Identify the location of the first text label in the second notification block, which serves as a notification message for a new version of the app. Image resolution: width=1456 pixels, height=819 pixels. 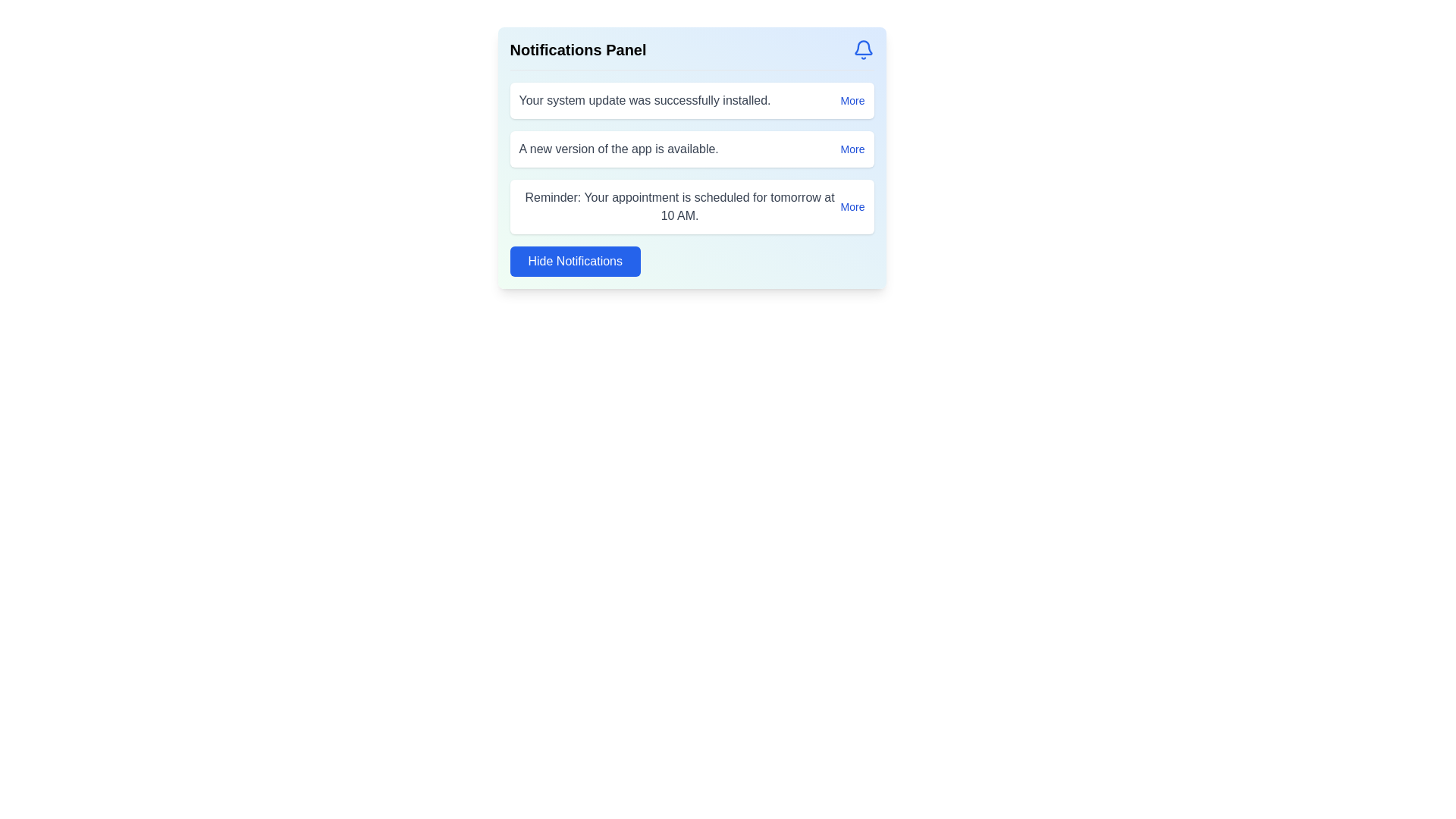
(619, 149).